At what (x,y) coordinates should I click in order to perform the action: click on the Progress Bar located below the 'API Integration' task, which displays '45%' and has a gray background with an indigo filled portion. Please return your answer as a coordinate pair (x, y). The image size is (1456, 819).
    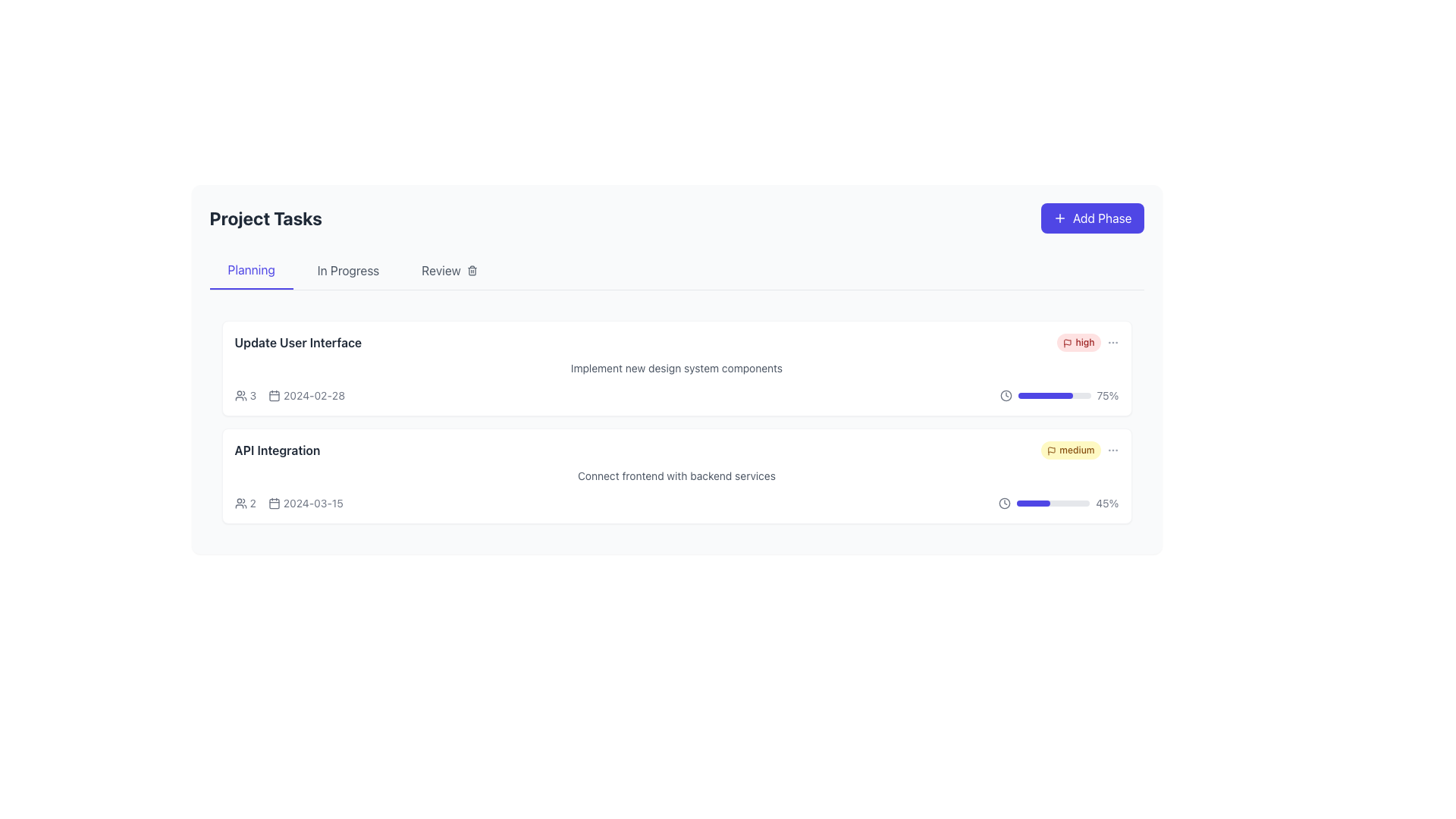
    Looking at the image, I should click on (1053, 503).